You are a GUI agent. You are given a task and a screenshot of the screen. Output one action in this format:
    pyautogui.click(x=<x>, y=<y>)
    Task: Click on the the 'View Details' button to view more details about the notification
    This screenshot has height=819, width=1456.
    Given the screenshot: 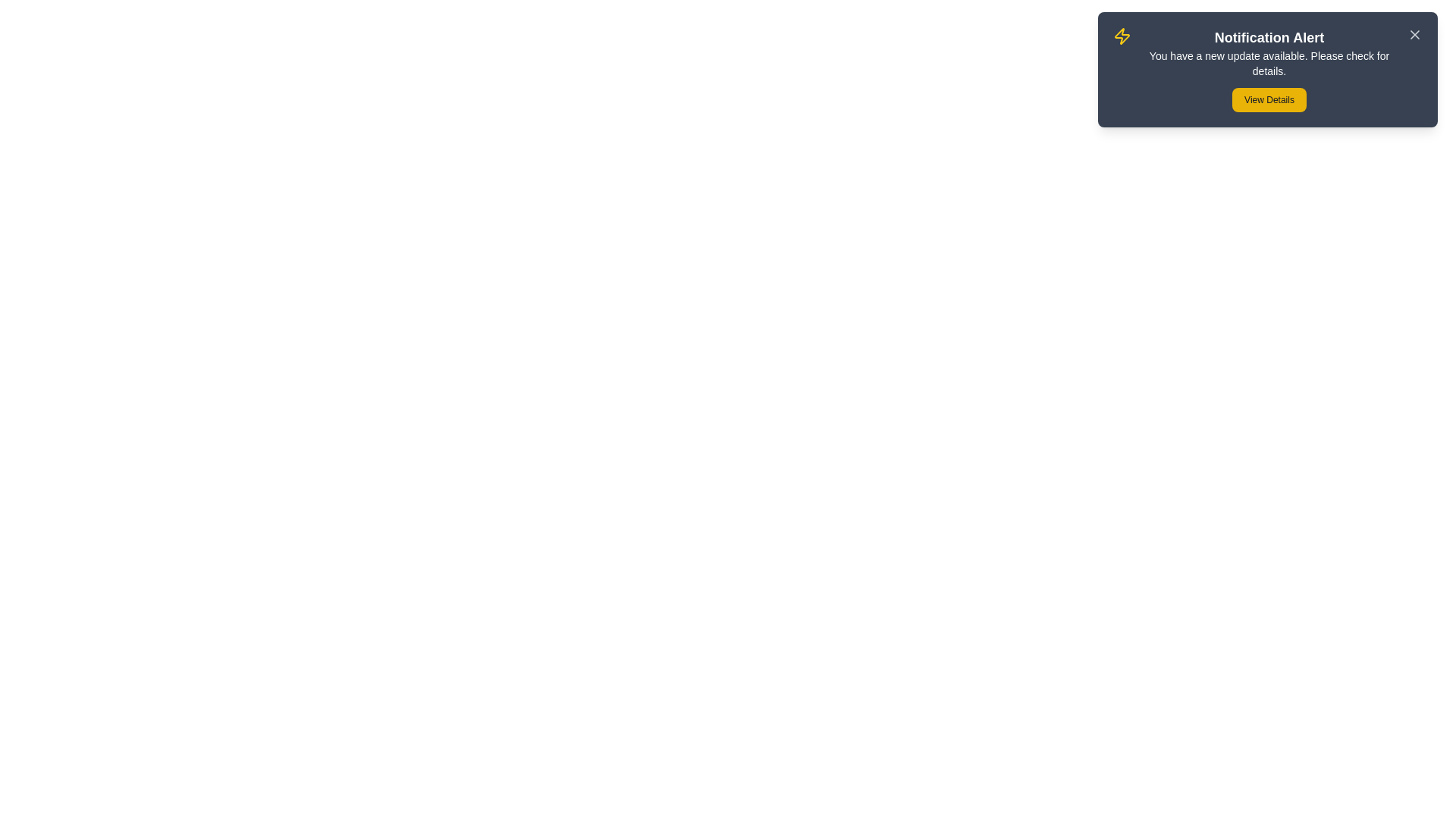 What is the action you would take?
    pyautogui.click(x=1269, y=99)
    